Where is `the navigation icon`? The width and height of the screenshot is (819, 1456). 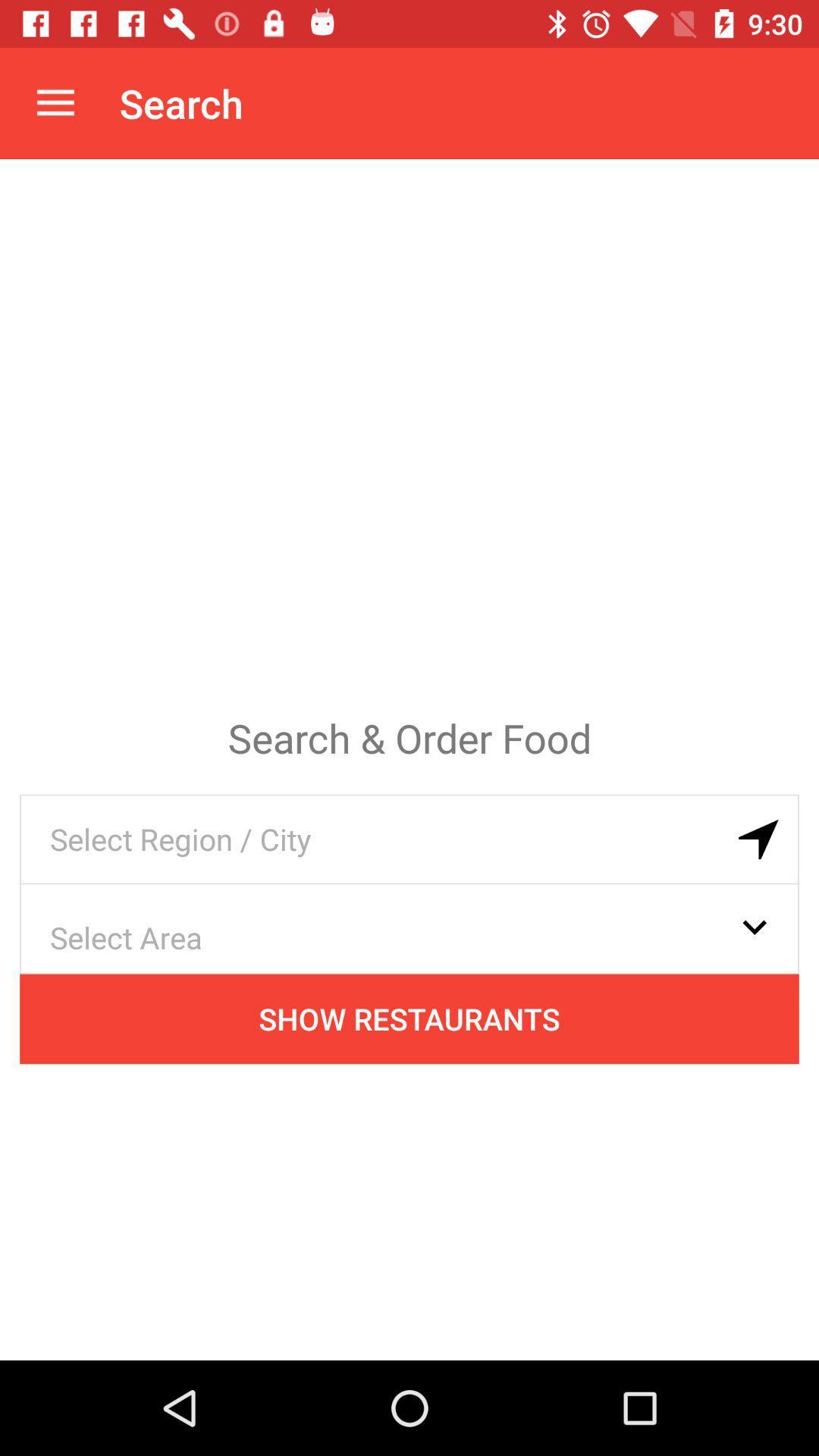
the navigation icon is located at coordinates (758, 839).